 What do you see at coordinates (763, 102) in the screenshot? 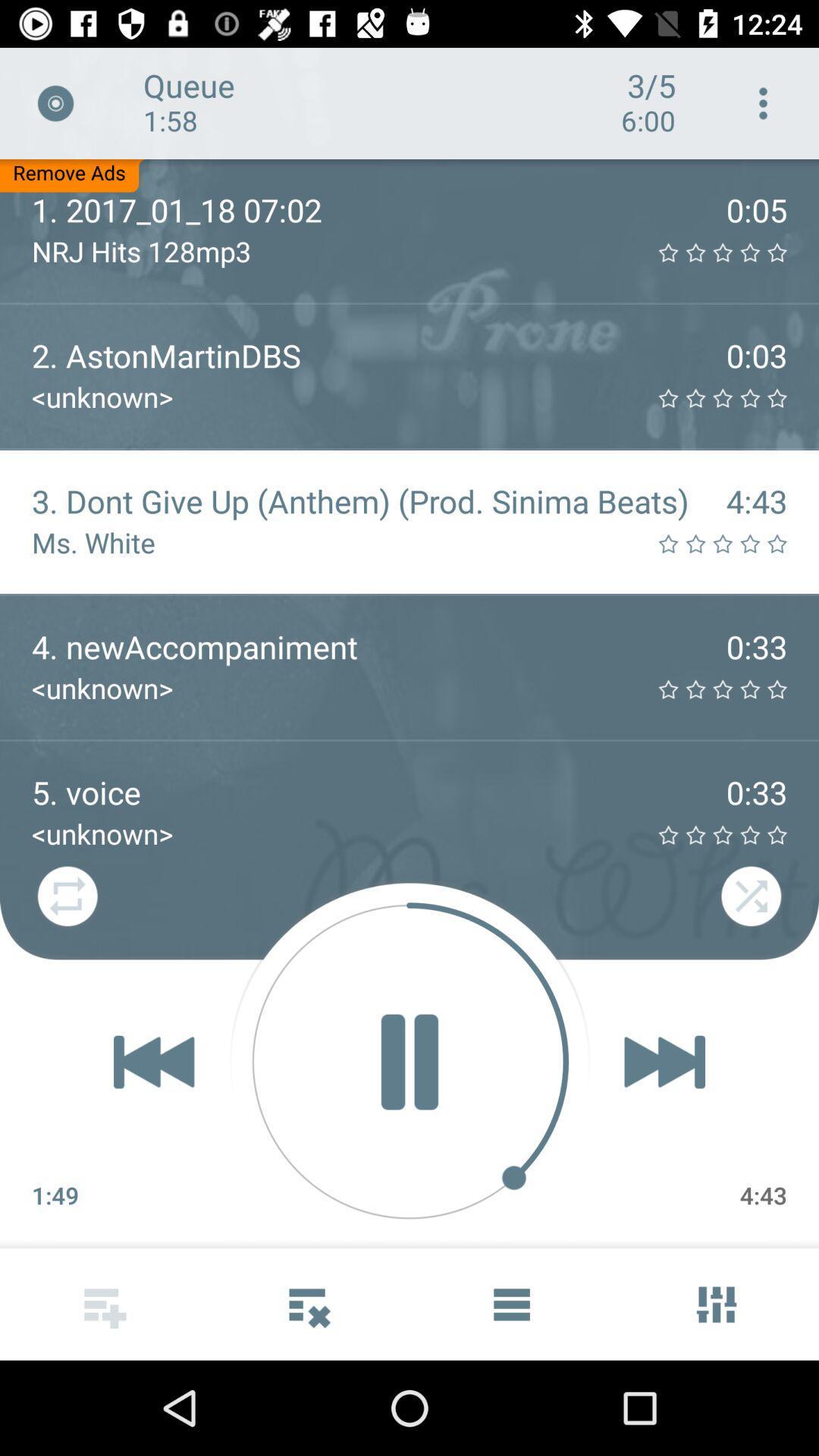
I see `the icon next to the 3/5` at bounding box center [763, 102].